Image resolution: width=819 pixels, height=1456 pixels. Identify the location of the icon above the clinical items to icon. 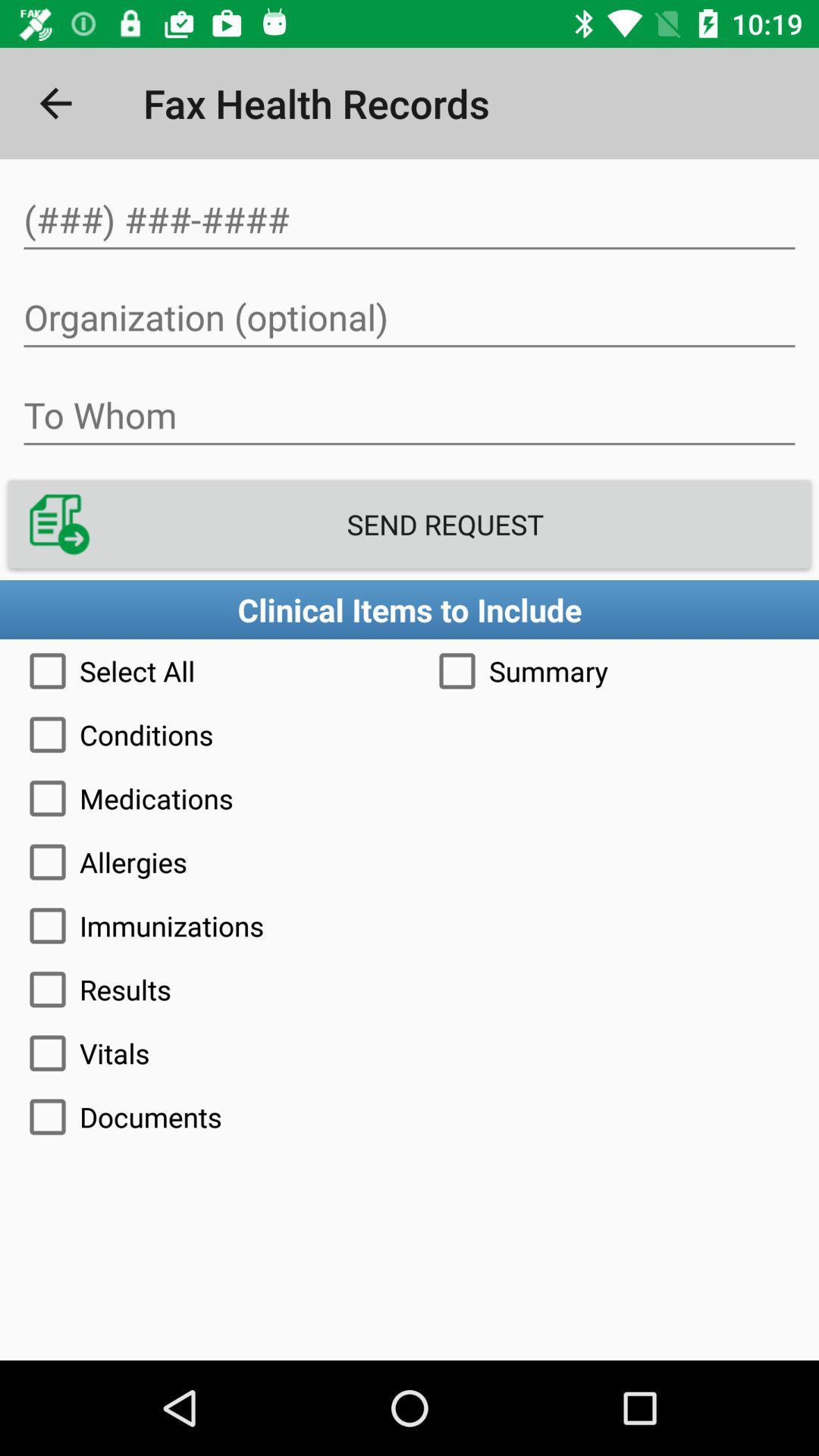
(409, 524).